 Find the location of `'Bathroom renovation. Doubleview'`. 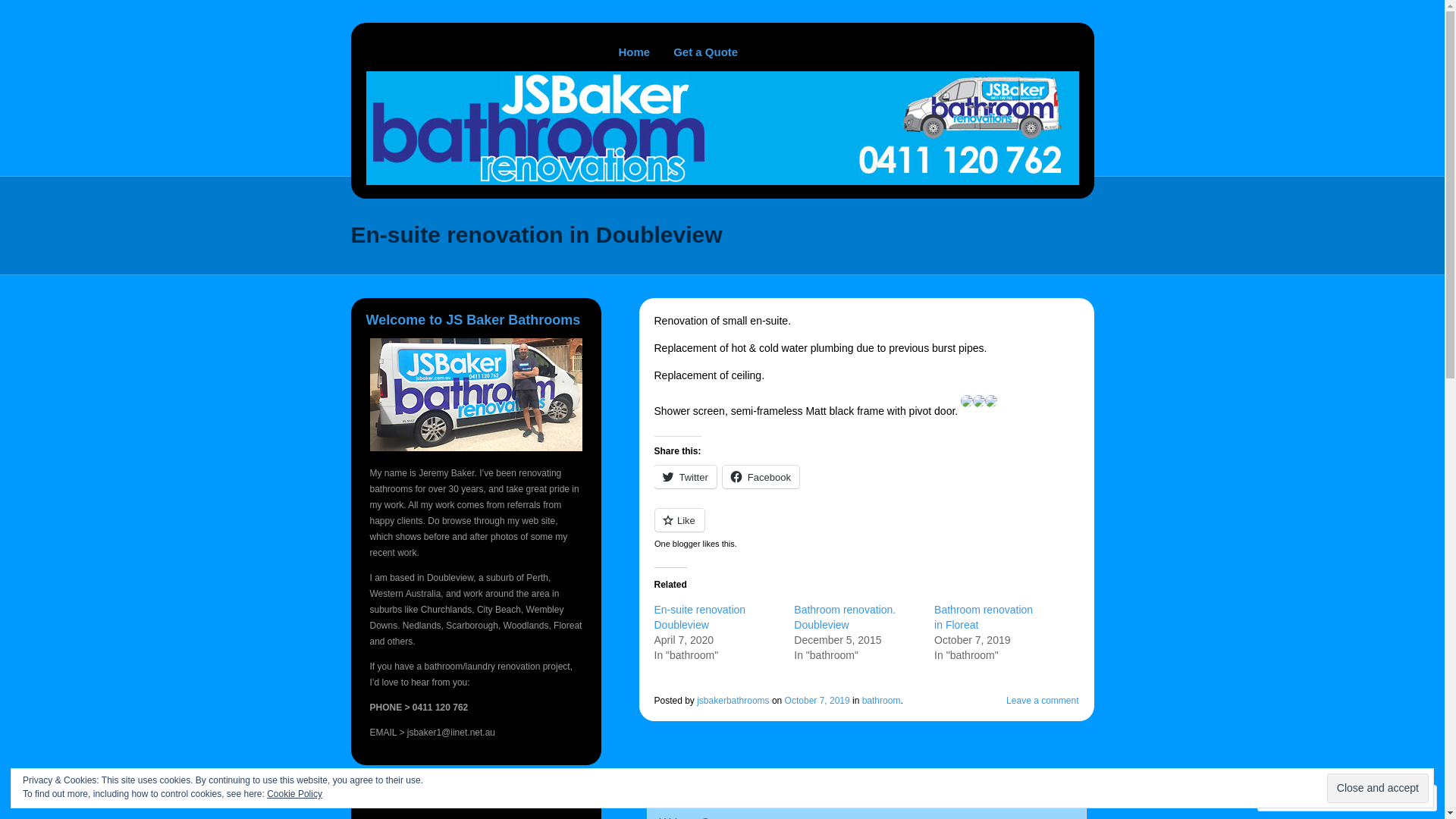

'Bathroom renovation. Doubleview' is located at coordinates (843, 617).